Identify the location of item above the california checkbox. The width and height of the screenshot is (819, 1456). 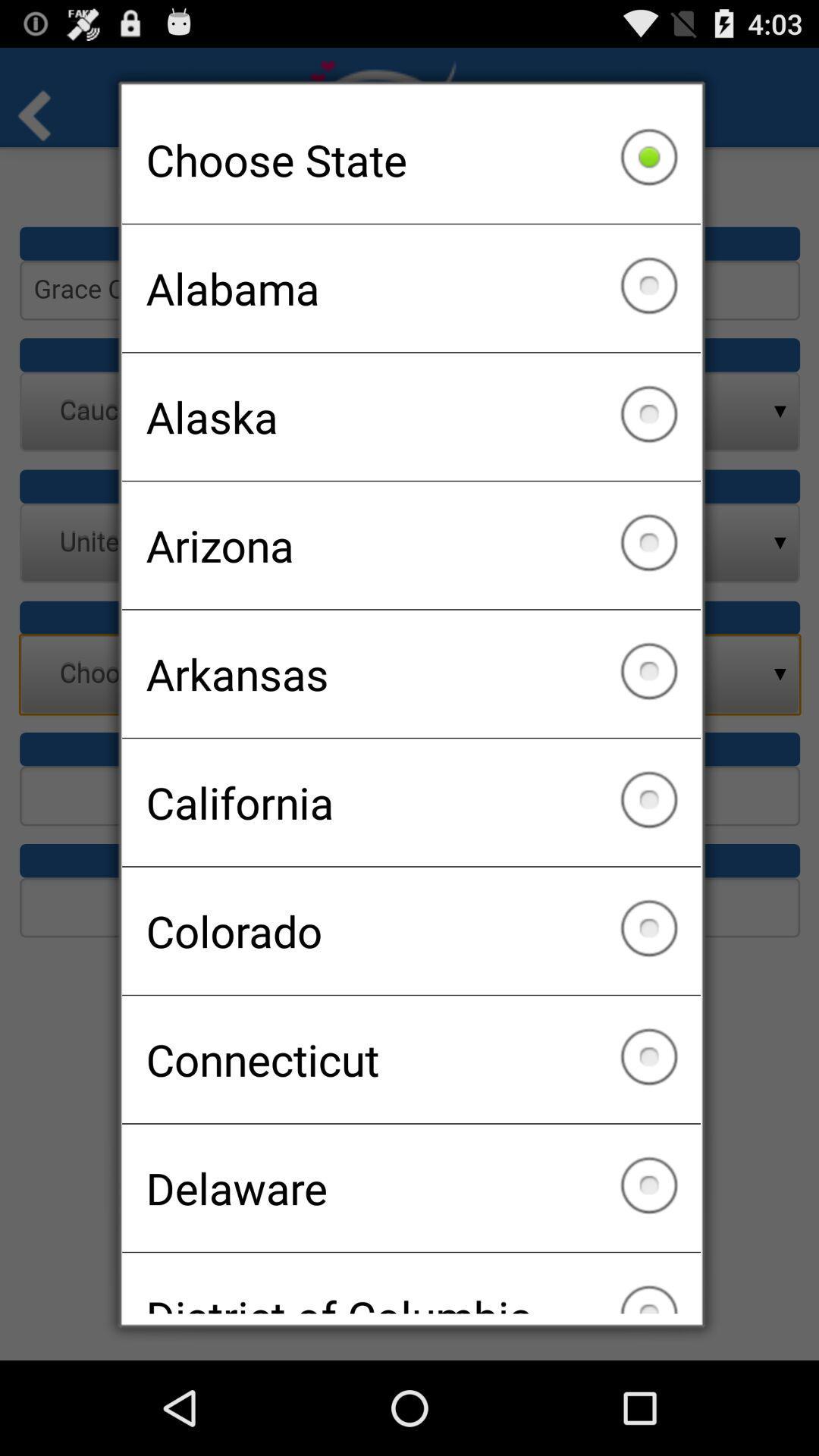
(411, 673).